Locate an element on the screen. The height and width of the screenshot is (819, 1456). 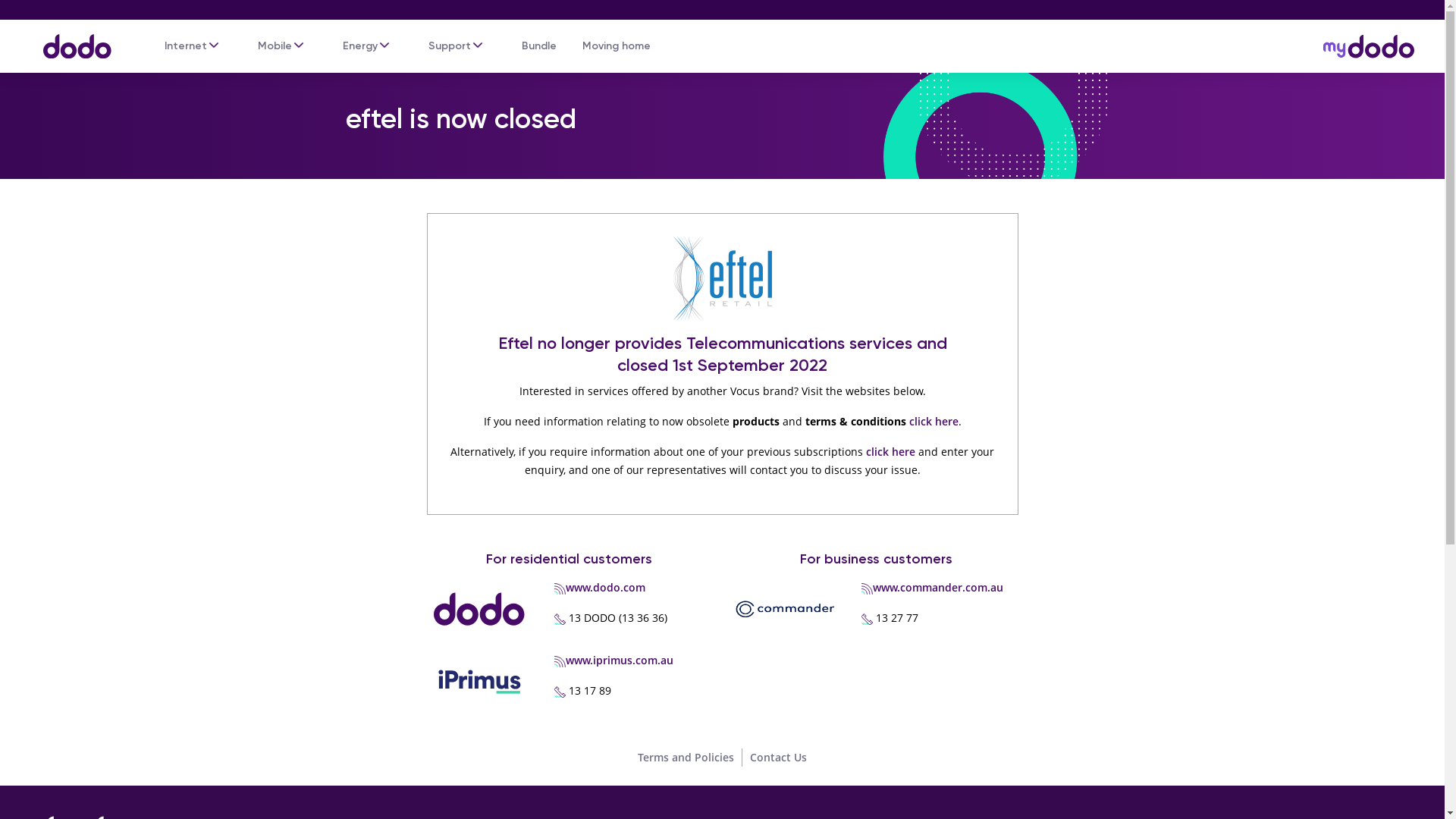
'www.dodo.com' is located at coordinates (604, 586).